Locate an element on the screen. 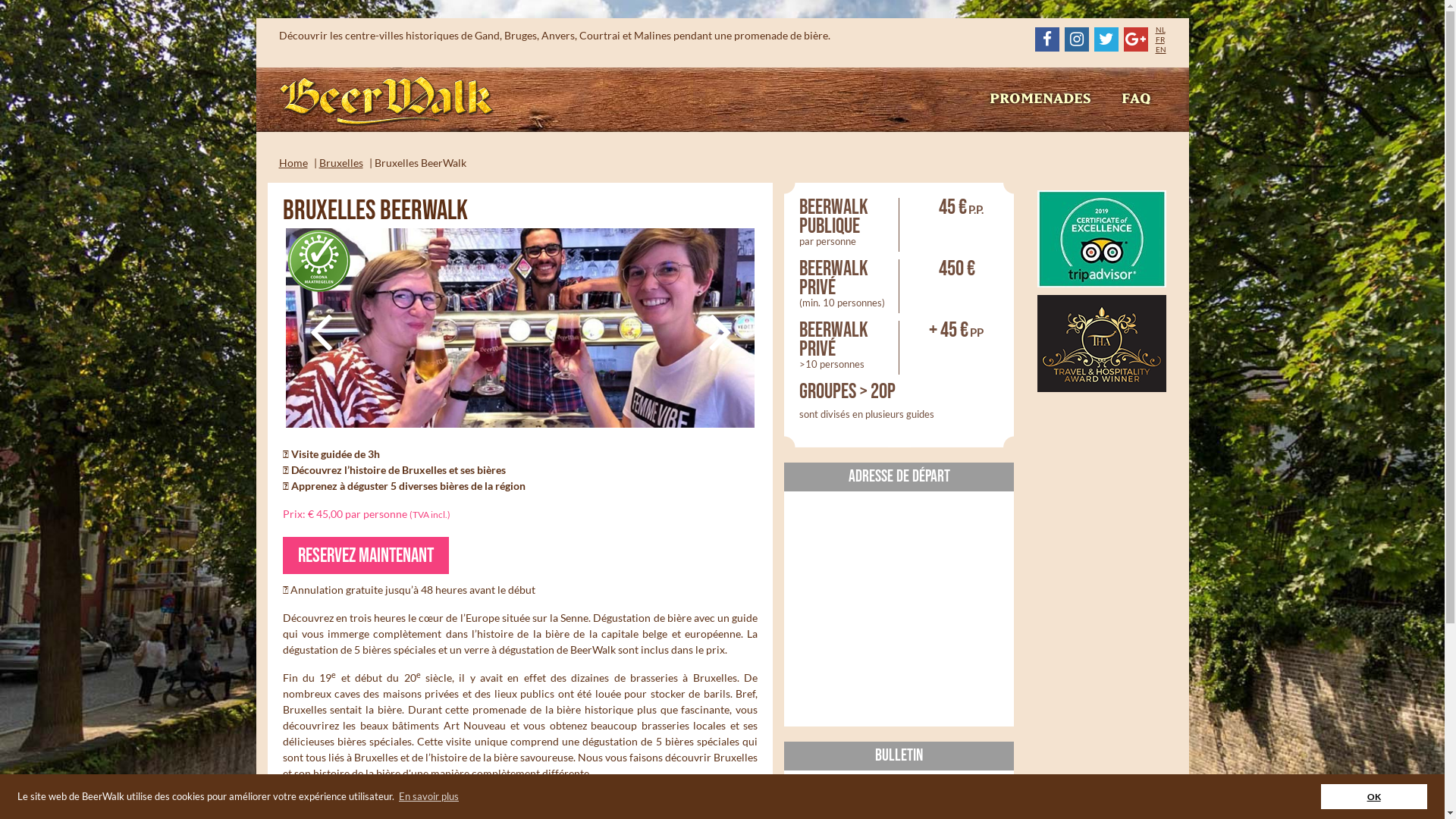 The image size is (1456, 819). 'NL' is located at coordinates (1159, 29).